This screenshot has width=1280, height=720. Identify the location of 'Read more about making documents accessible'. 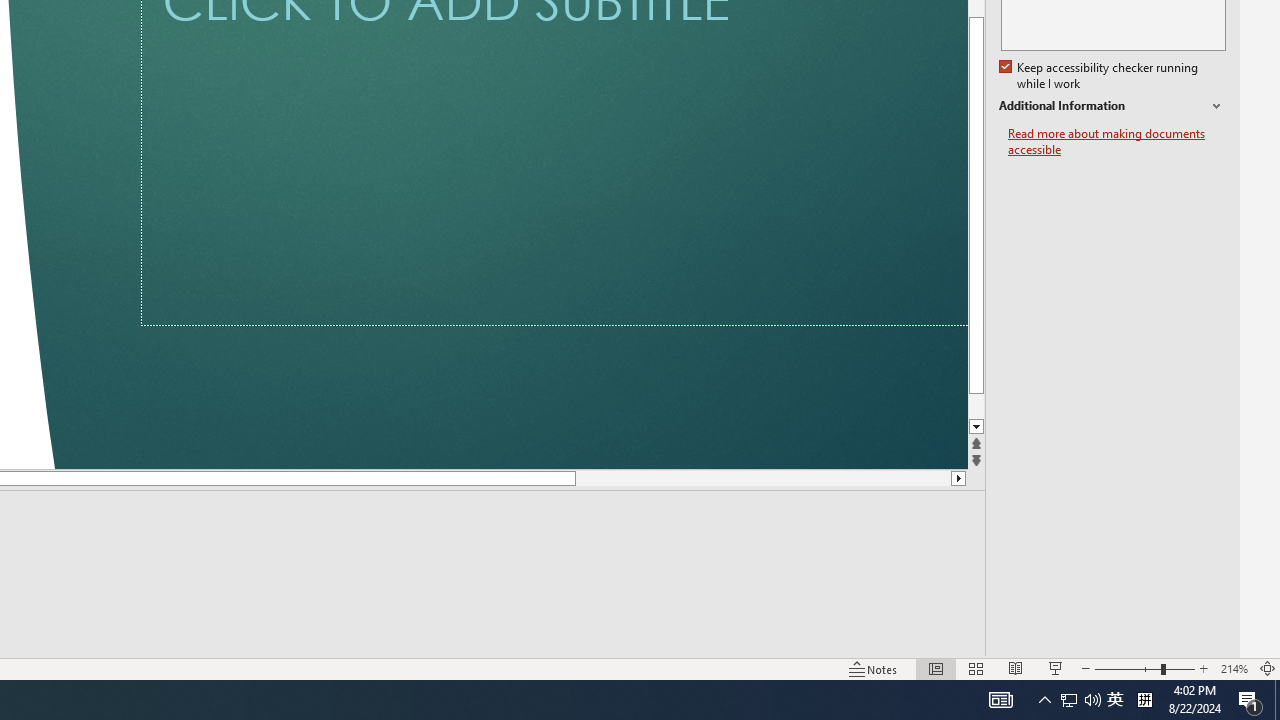
(1116, 141).